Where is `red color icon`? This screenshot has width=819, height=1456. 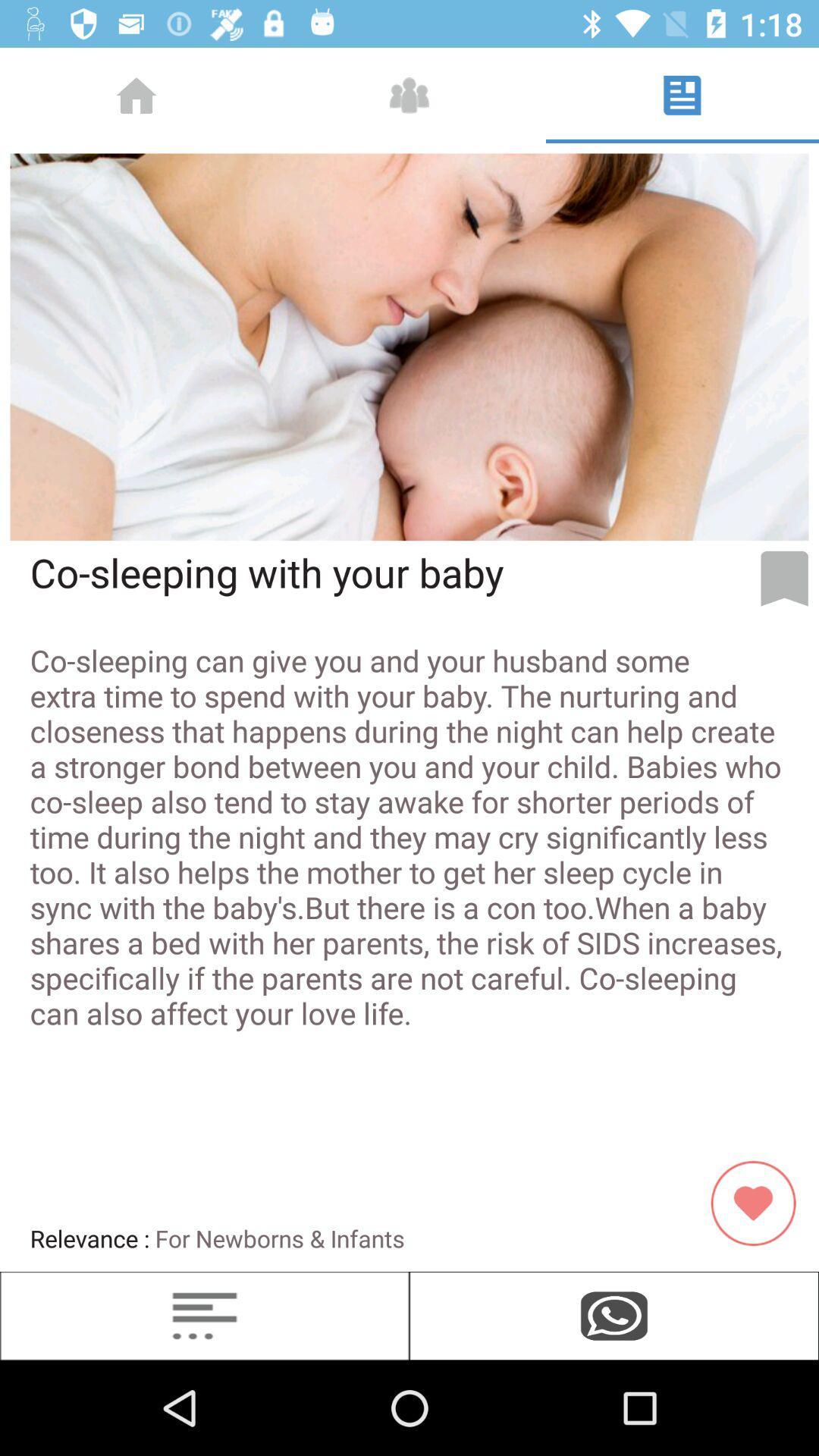
red color icon is located at coordinates (759, 1201).